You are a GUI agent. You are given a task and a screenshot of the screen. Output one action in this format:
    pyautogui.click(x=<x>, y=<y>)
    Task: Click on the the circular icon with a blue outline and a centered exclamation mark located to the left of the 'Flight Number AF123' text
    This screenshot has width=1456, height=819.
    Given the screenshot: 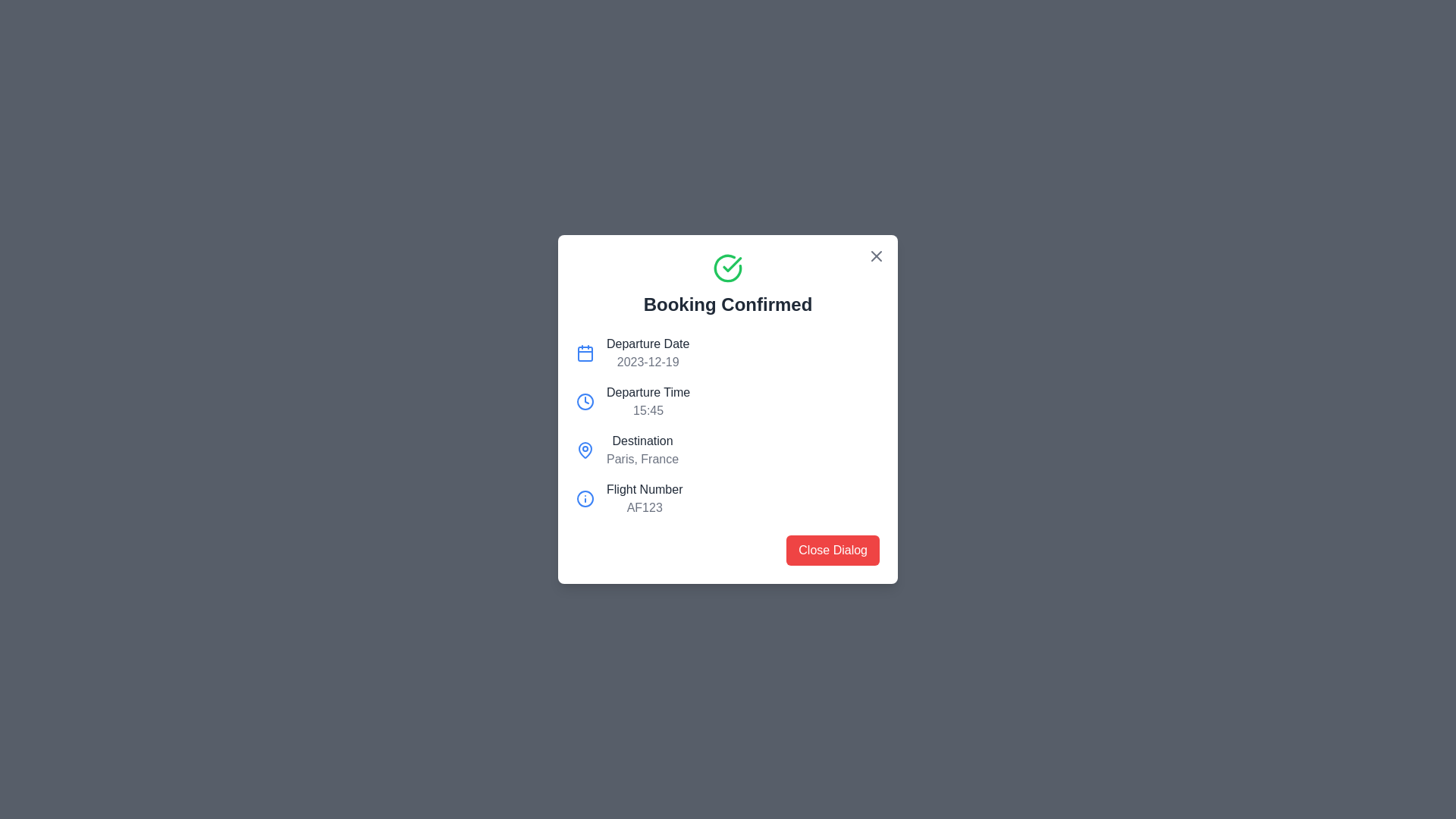 What is the action you would take?
    pyautogui.click(x=585, y=499)
    